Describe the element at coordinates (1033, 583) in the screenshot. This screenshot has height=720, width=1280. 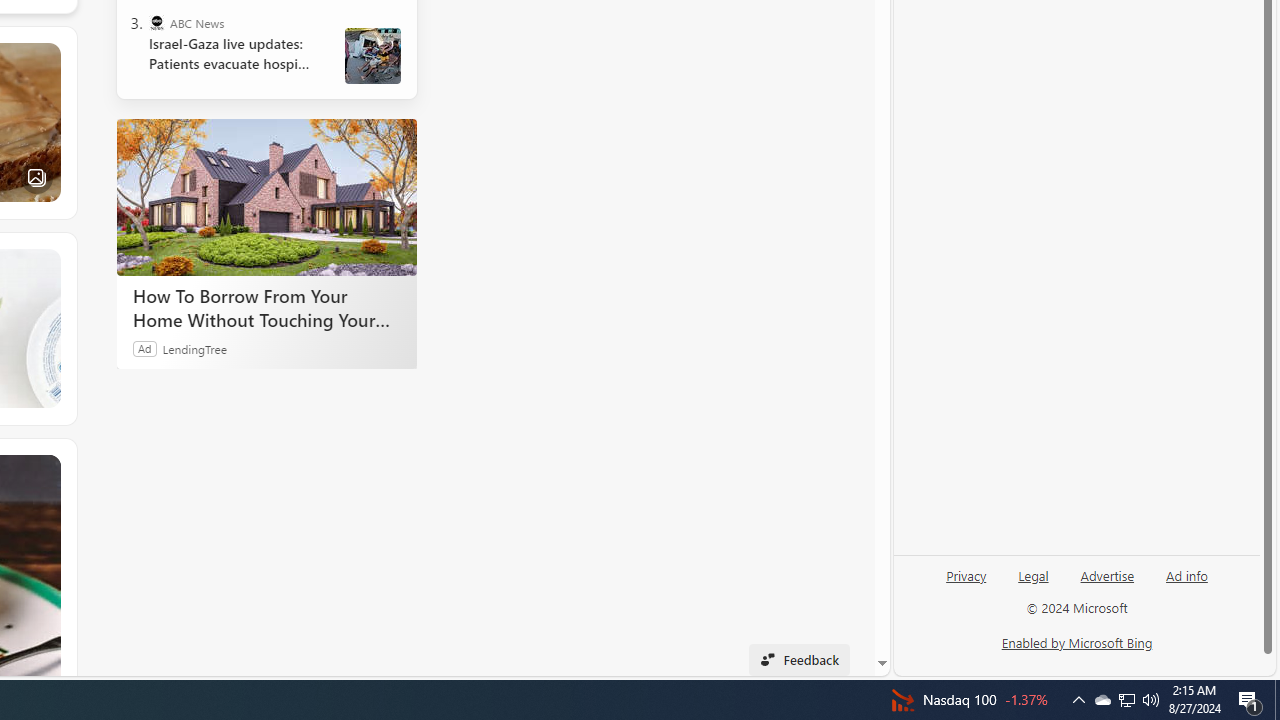
I see `'Legal'` at that location.